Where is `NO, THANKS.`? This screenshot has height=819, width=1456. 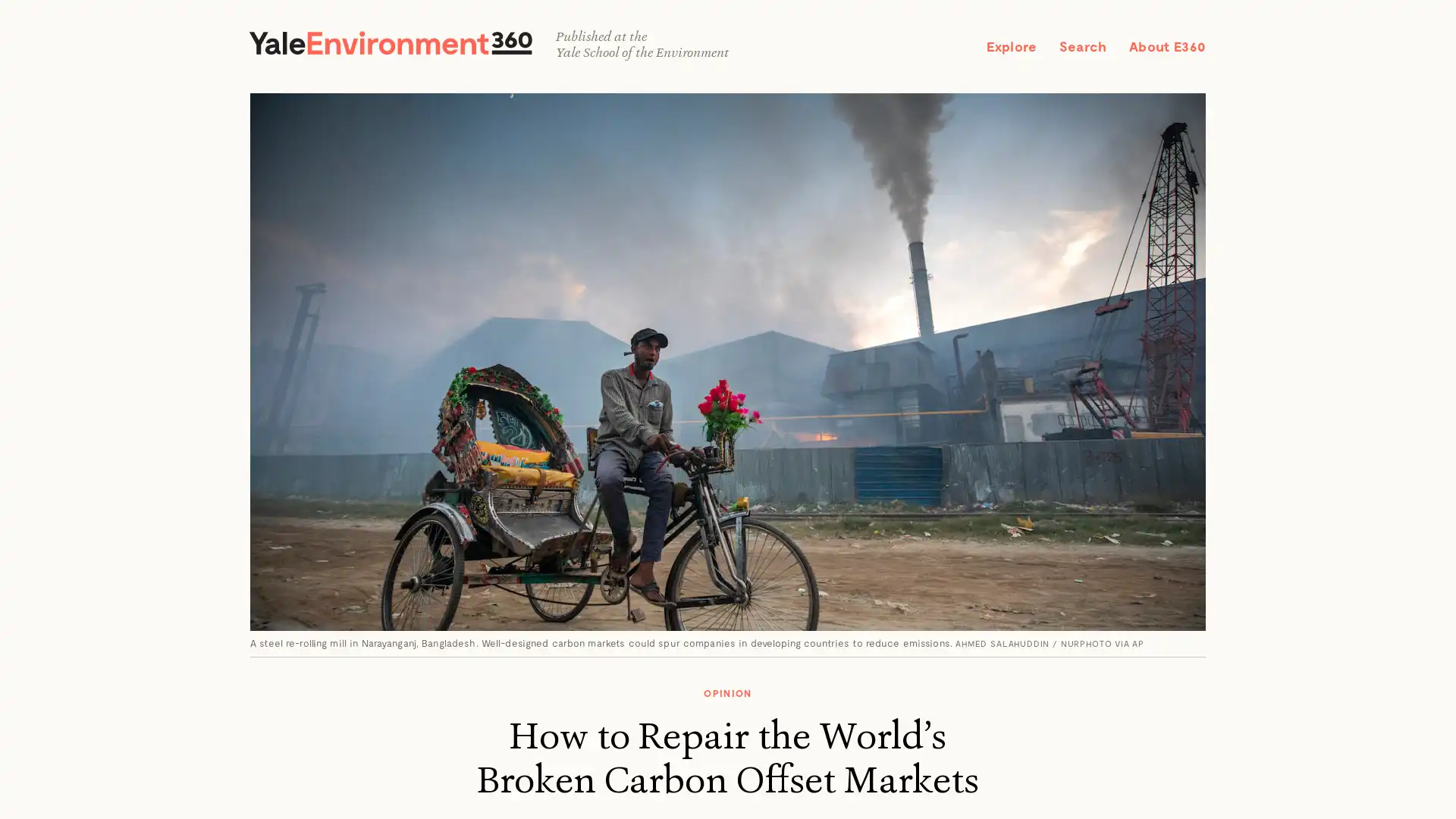
NO, THANKS. is located at coordinates (726, 519).